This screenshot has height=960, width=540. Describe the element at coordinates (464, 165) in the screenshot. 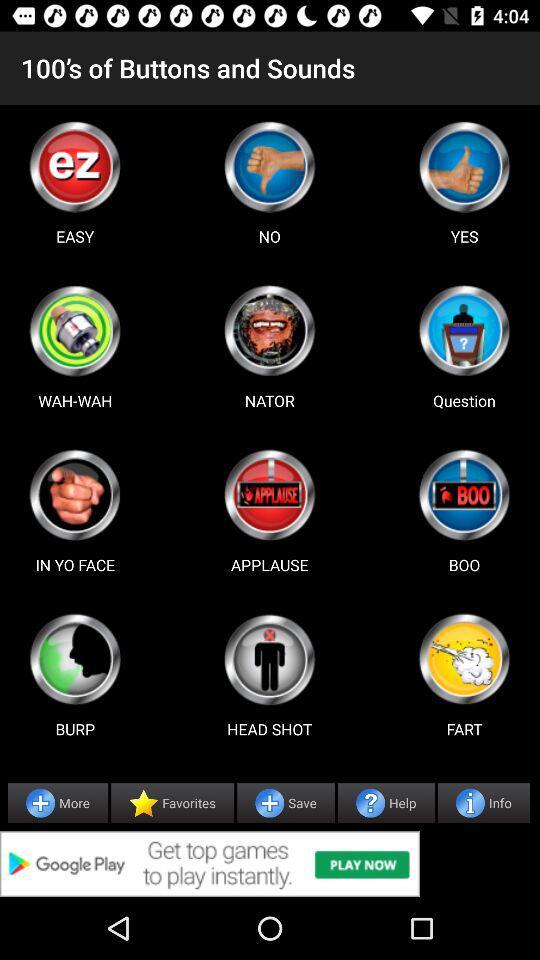

I see `game select option` at that location.